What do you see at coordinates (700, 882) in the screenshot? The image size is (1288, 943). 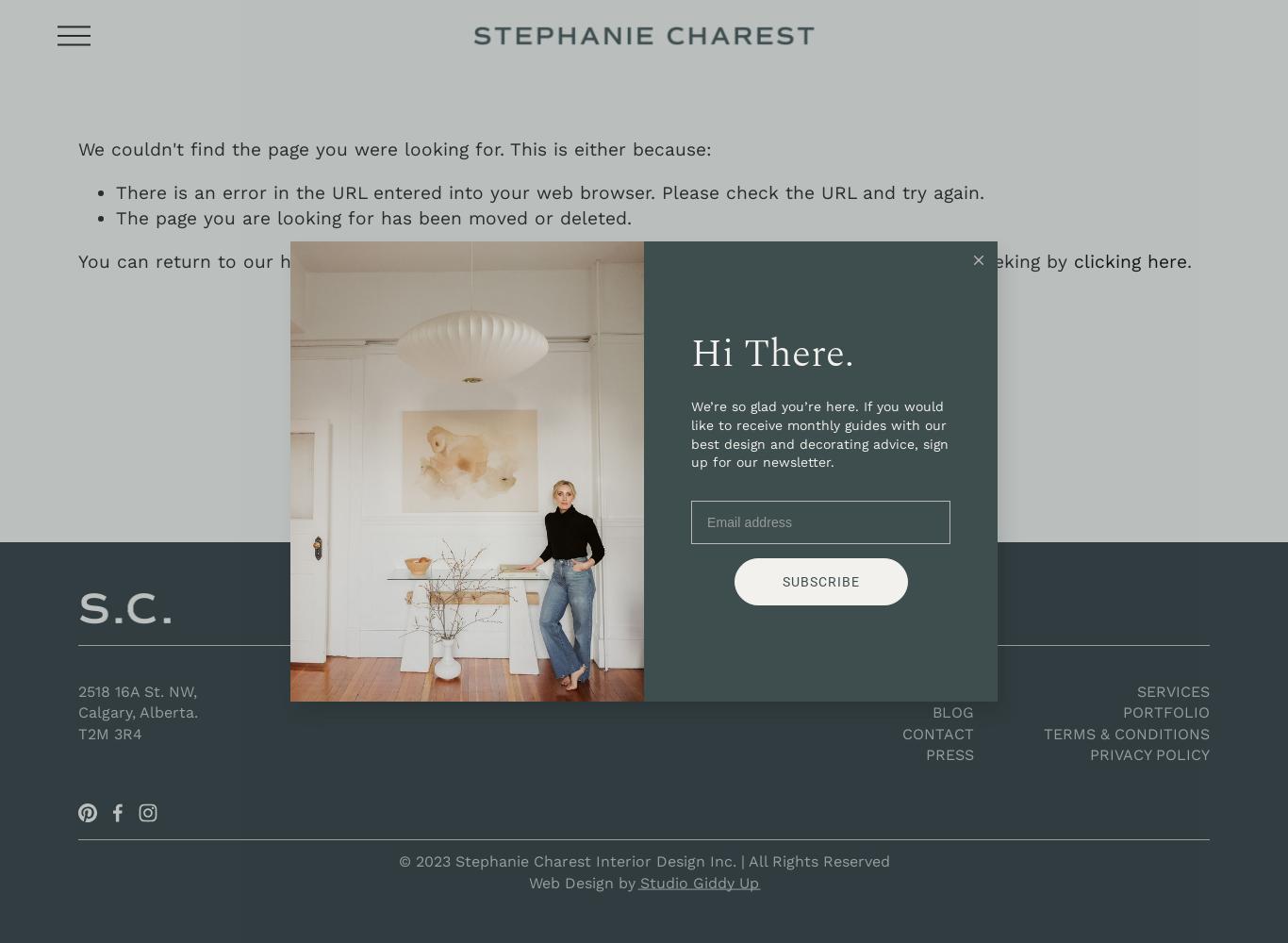 I see `'Studio Giddy Up'` at bounding box center [700, 882].